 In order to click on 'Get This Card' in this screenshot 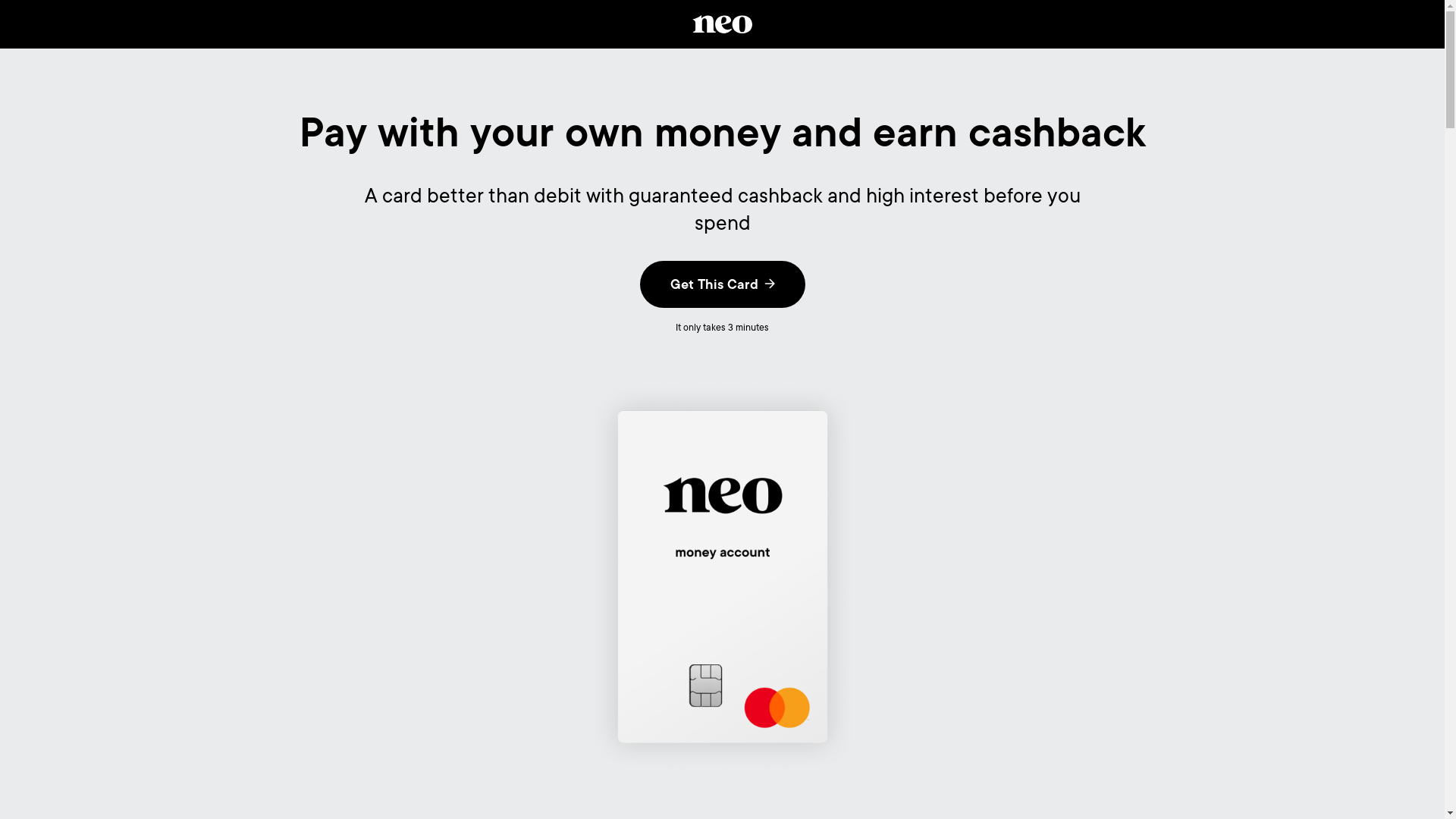, I will do `click(640, 284)`.